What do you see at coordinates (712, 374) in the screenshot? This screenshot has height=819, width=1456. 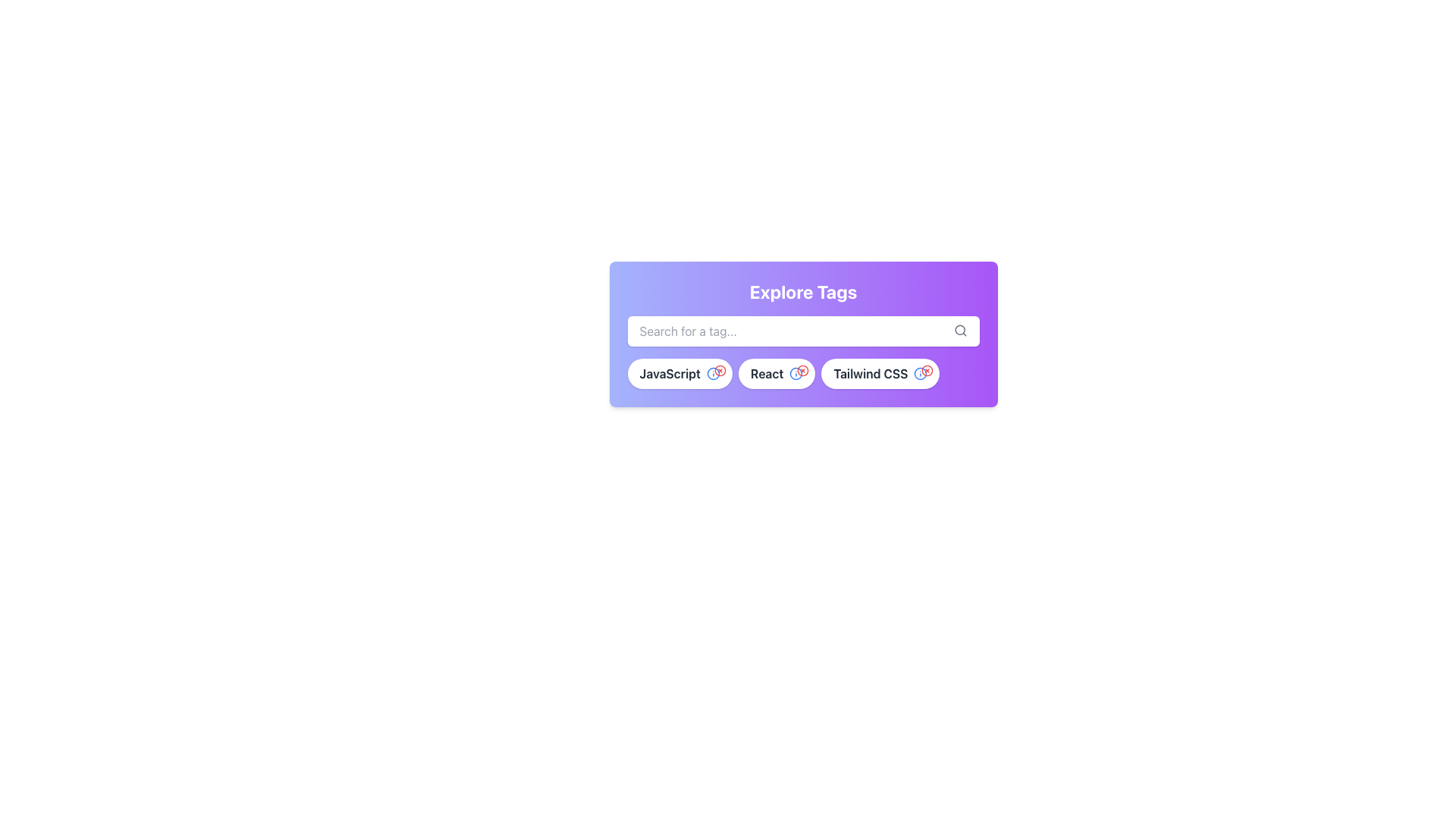 I see `the blue circular icon with an 'i' inside, located to the right of the 'JavaScript' tag` at bounding box center [712, 374].